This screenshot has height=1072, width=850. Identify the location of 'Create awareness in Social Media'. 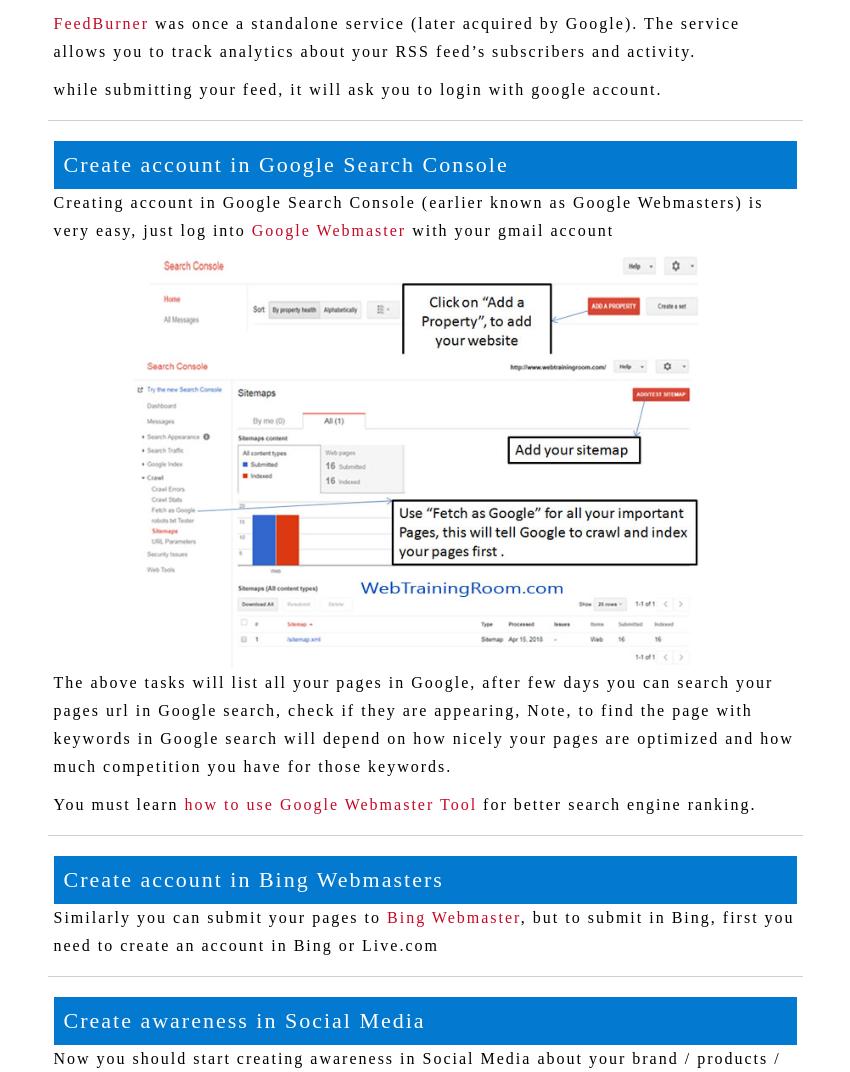
(62, 1020).